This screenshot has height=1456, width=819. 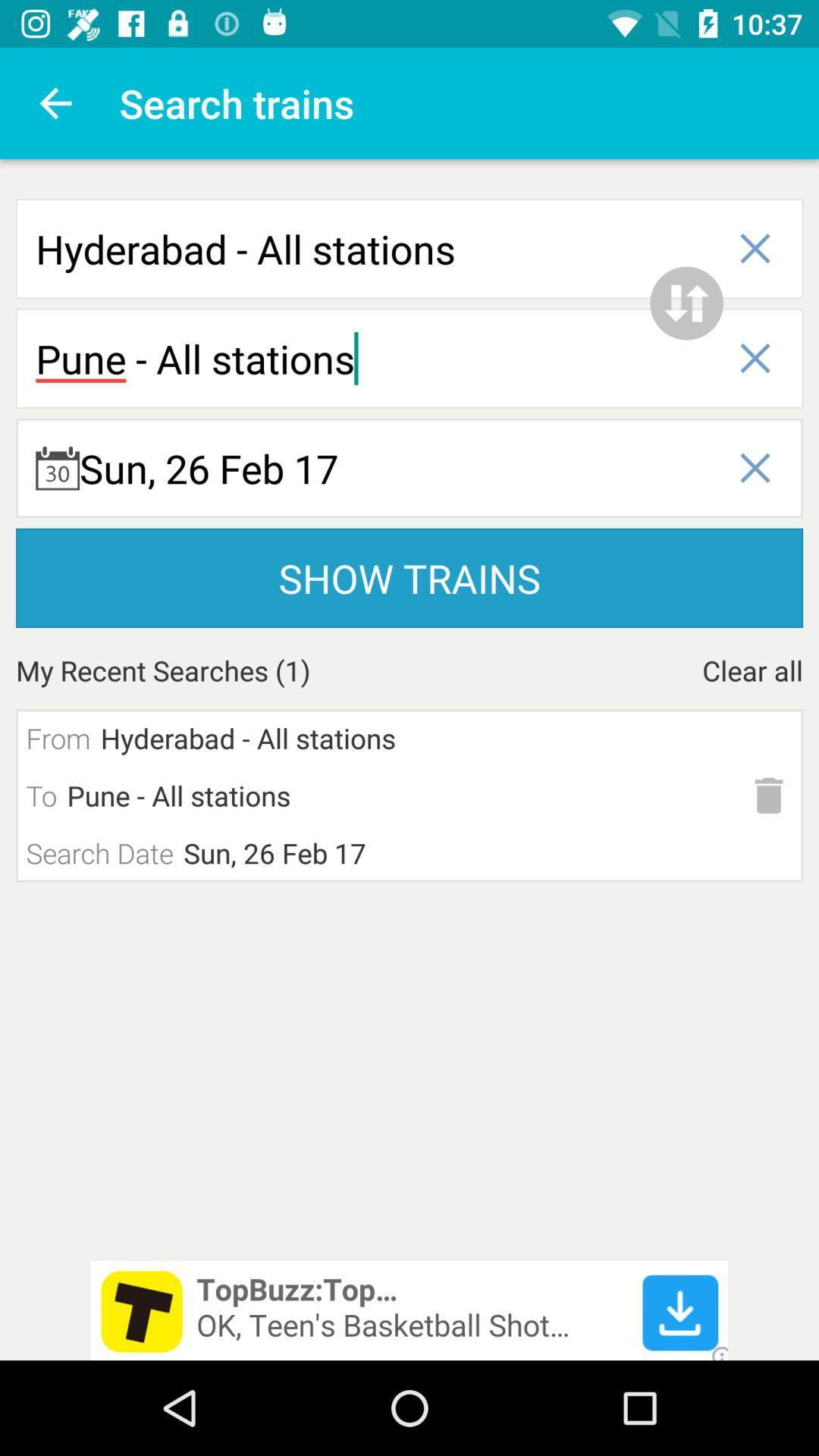 What do you see at coordinates (769, 795) in the screenshot?
I see `delete` at bounding box center [769, 795].